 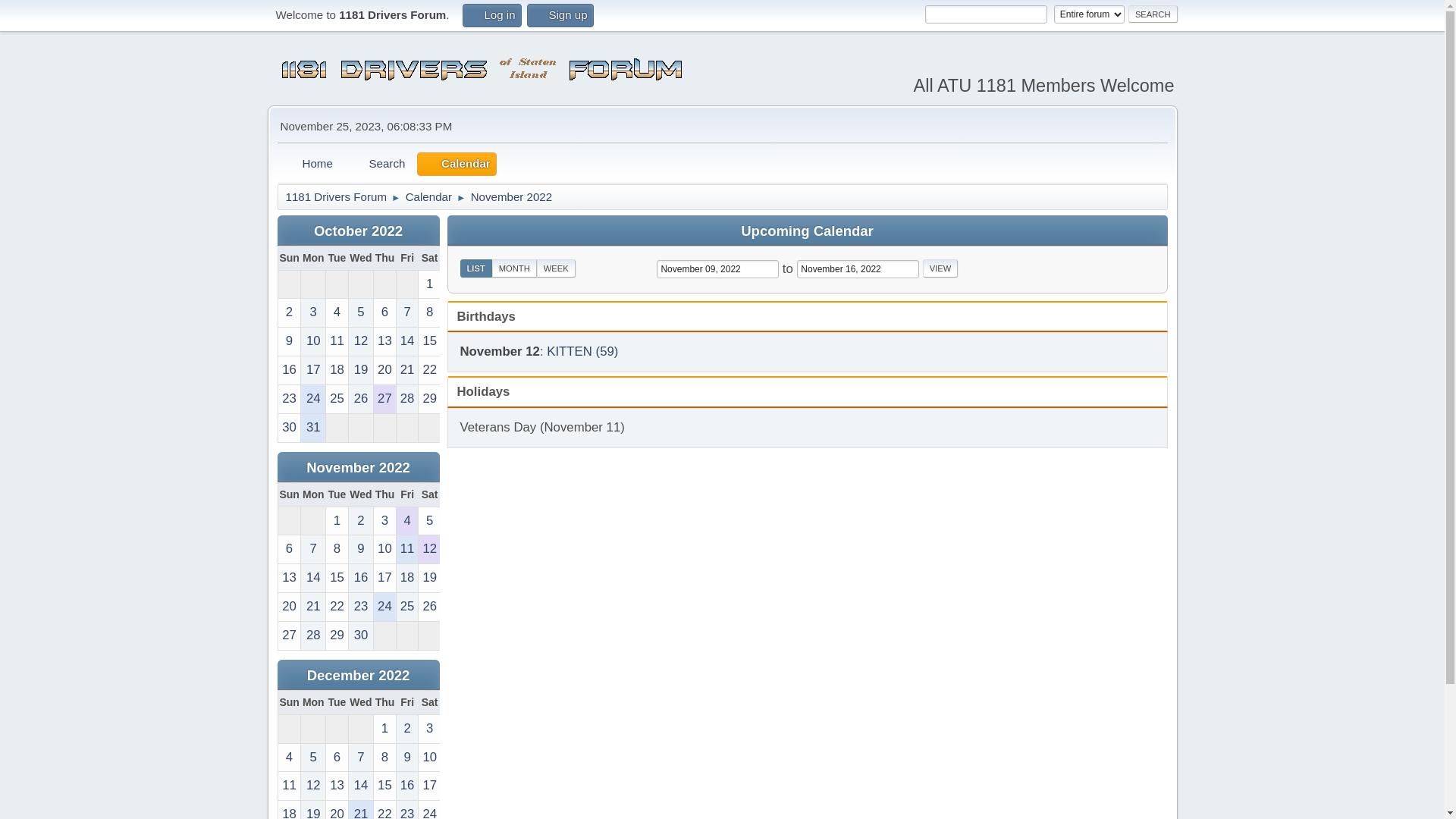 I want to click on '2', so click(x=407, y=728).